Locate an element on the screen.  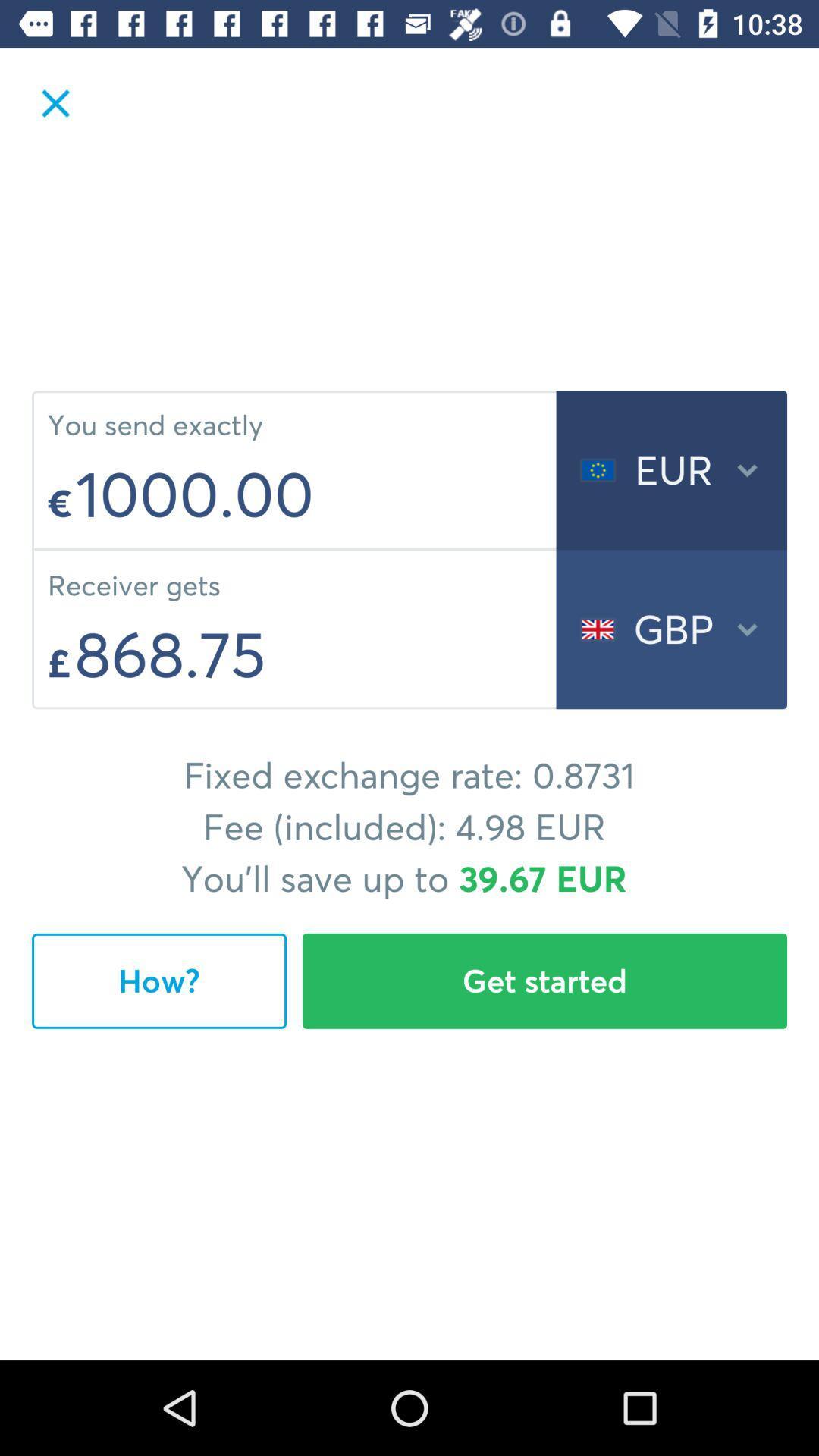
item next to how? is located at coordinates (544, 981).